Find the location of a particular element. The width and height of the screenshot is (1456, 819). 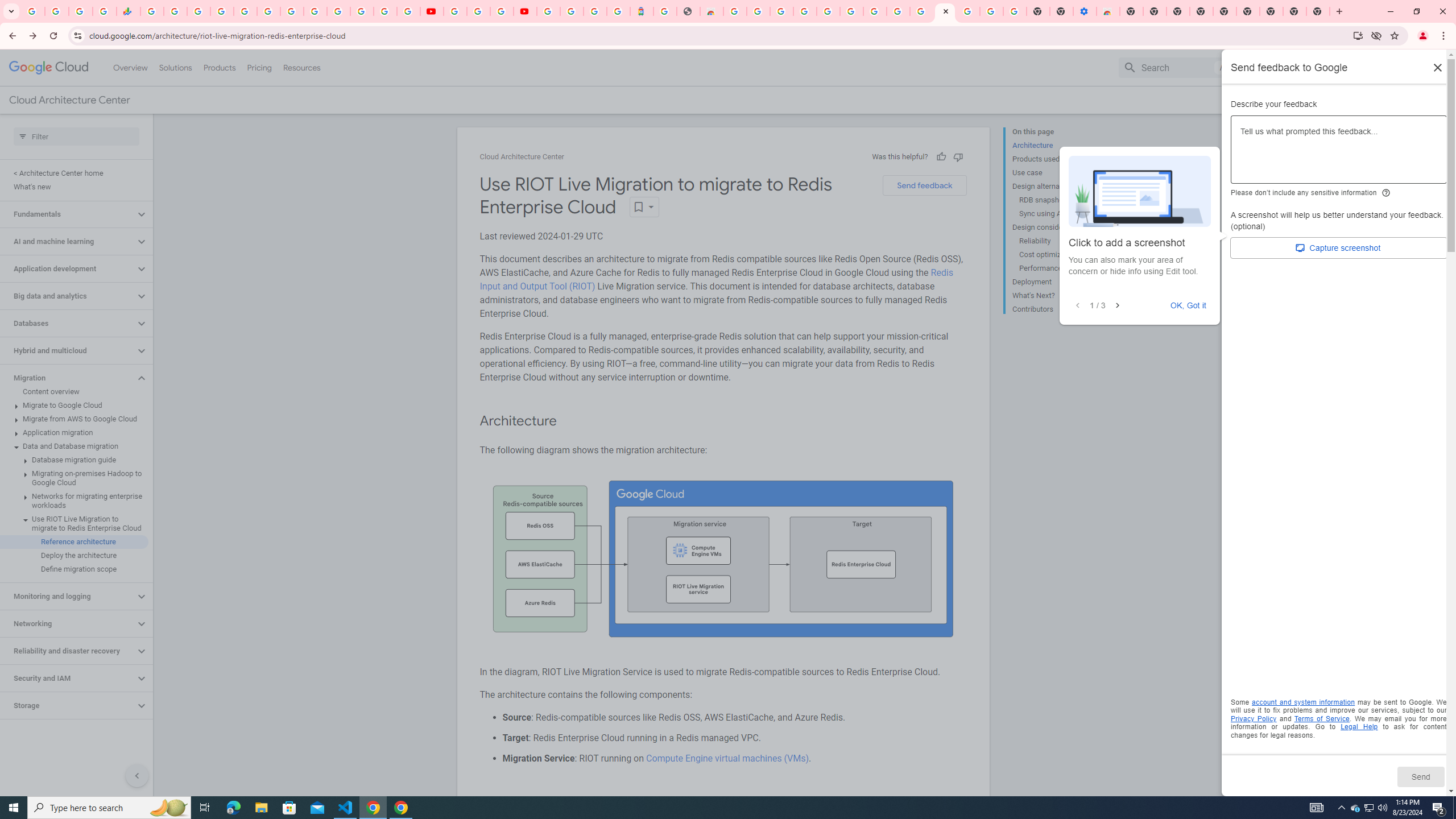

'Application migration' is located at coordinates (74, 433).